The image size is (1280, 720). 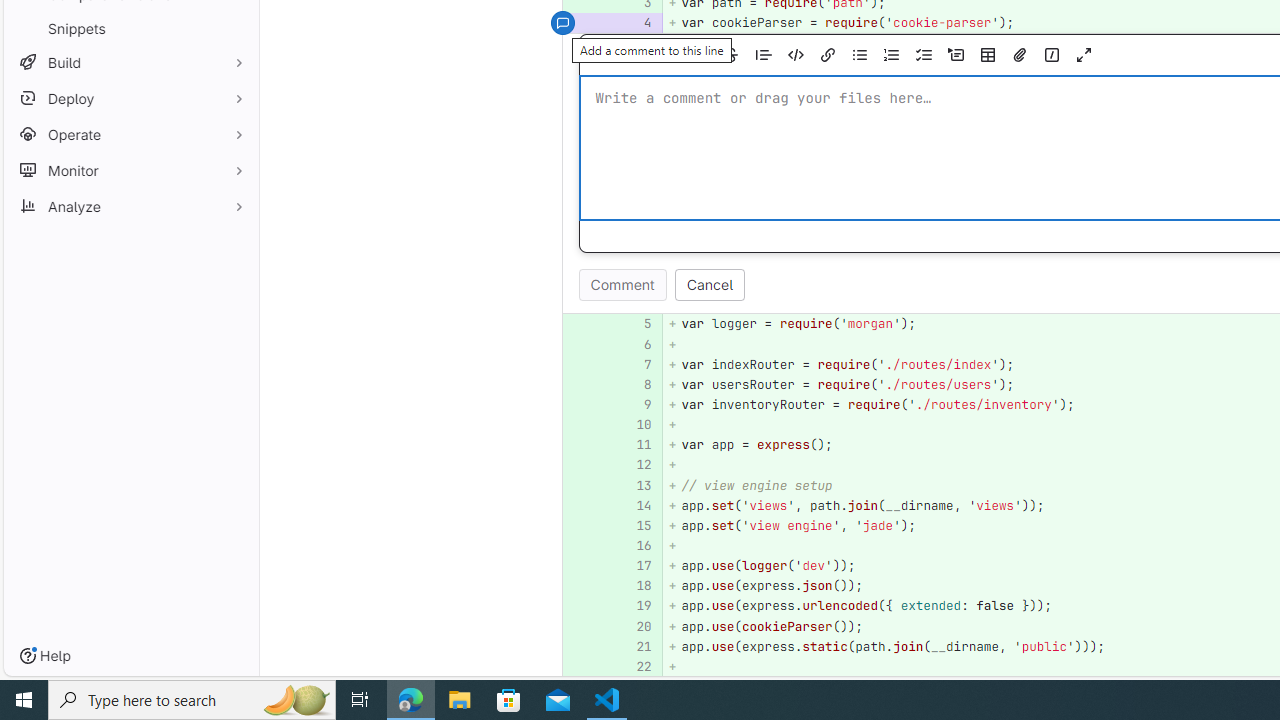 I want to click on 'Add a collapsible section', so click(x=955, y=54).